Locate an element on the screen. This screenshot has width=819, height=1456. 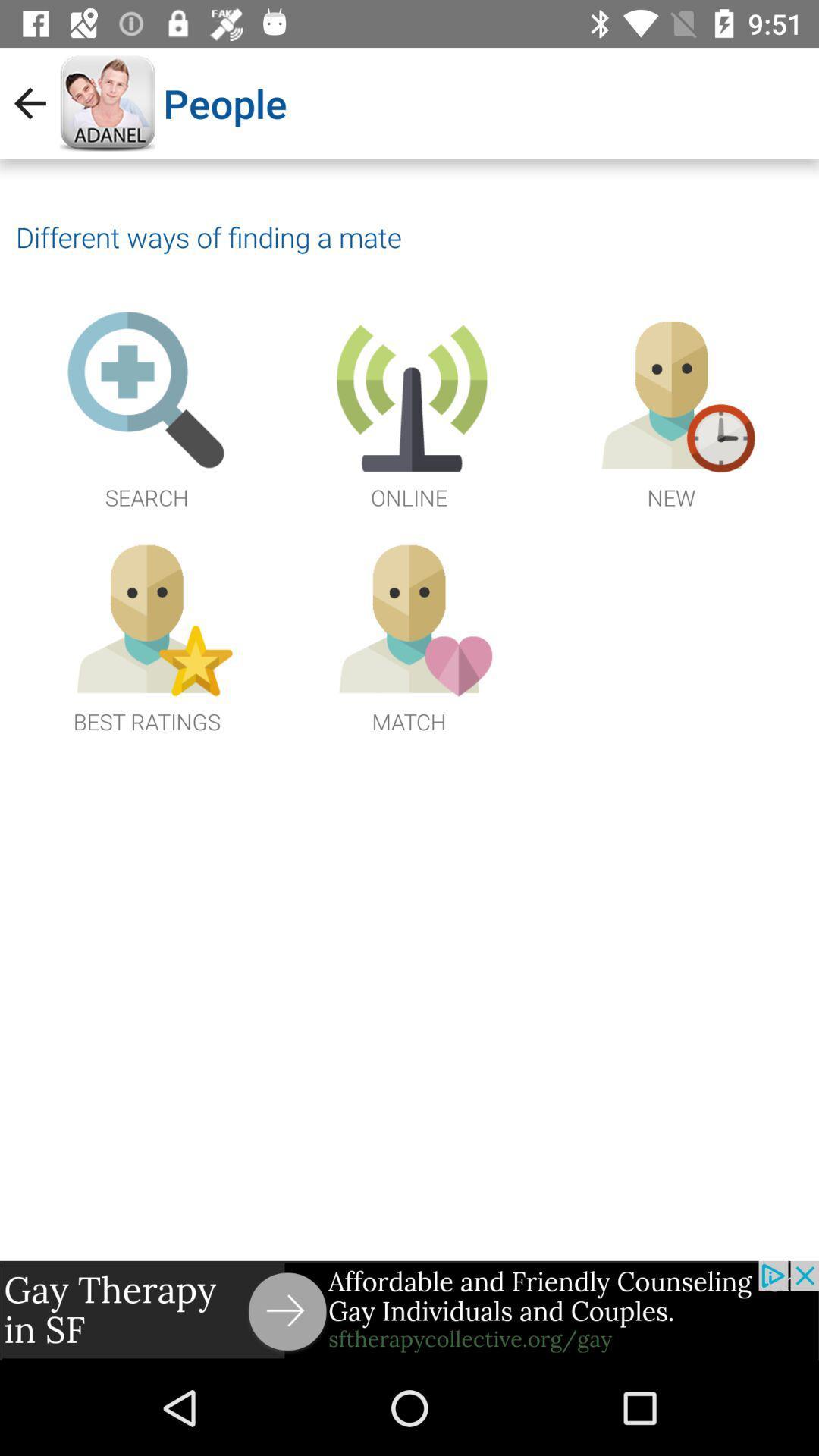
load people ratings is located at coordinates (146, 634).